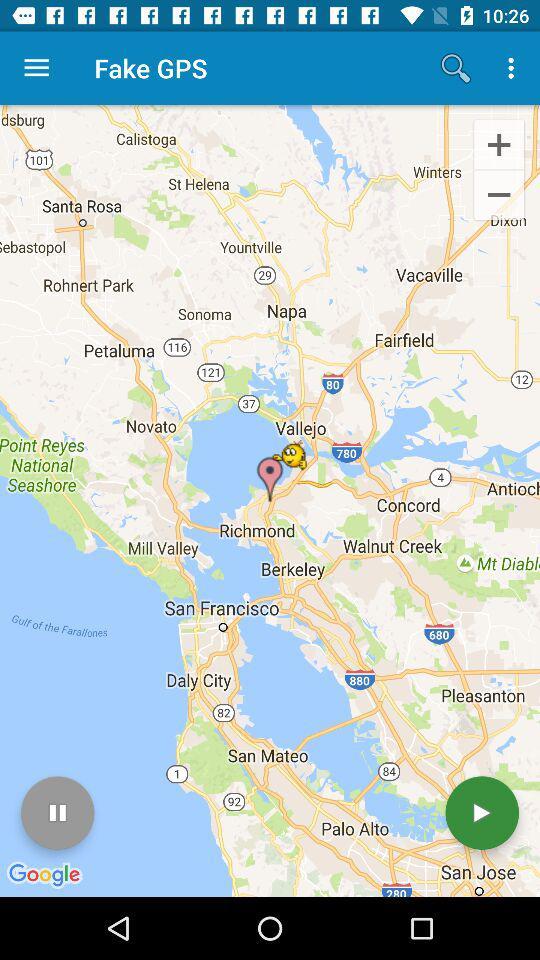  I want to click on the add icon, so click(498, 143).